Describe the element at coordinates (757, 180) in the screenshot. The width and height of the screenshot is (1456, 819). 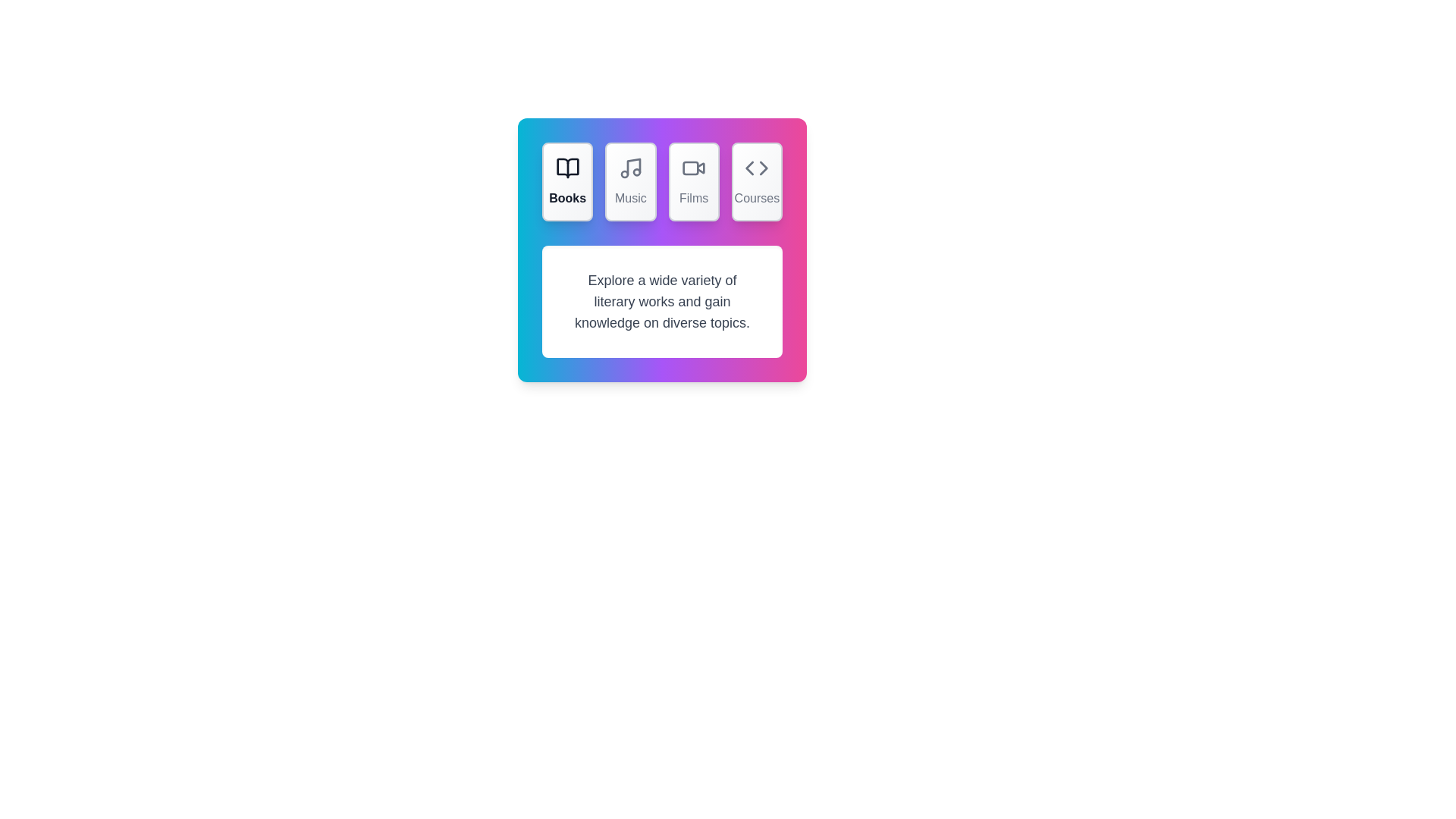
I see `the Courses tab` at that location.